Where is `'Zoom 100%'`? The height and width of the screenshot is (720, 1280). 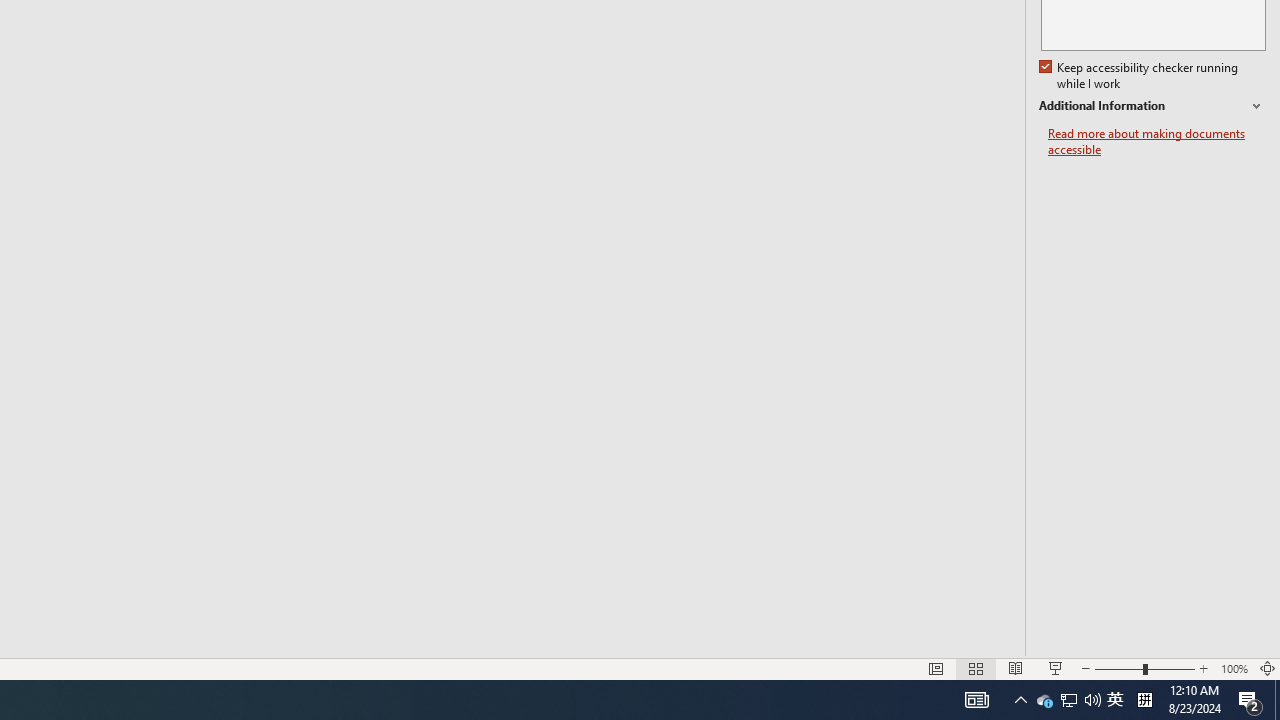 'Zoom 100%' is located at coordinates (1233, 669).